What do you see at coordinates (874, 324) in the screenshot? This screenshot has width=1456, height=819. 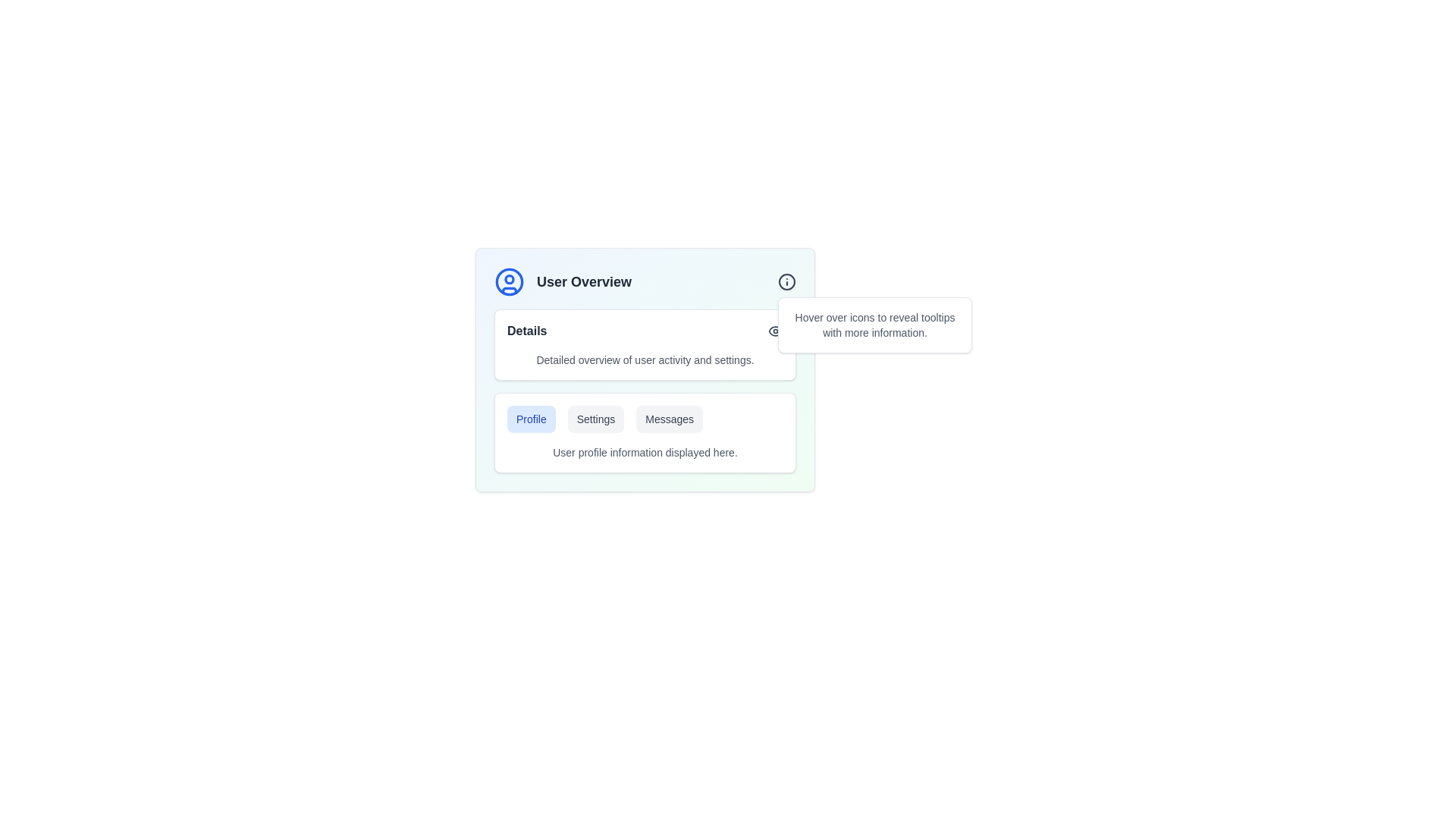 I see `the tooltip with the message 'Hover over icons` at bounding box center [874, 324].